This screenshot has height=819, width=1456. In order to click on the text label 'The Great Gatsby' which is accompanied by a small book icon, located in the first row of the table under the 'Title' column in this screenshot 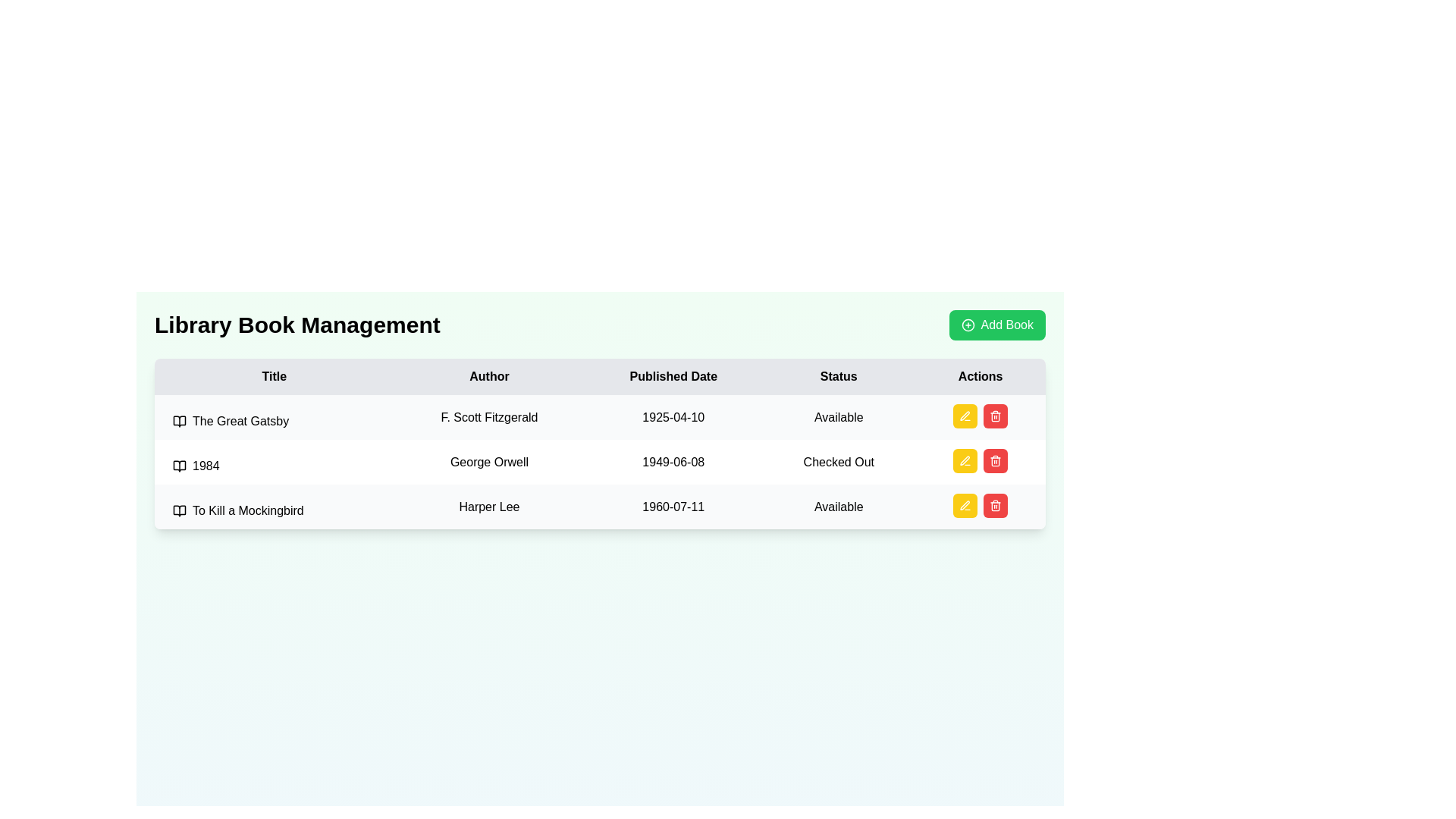, I will do `click(274, 421)`.